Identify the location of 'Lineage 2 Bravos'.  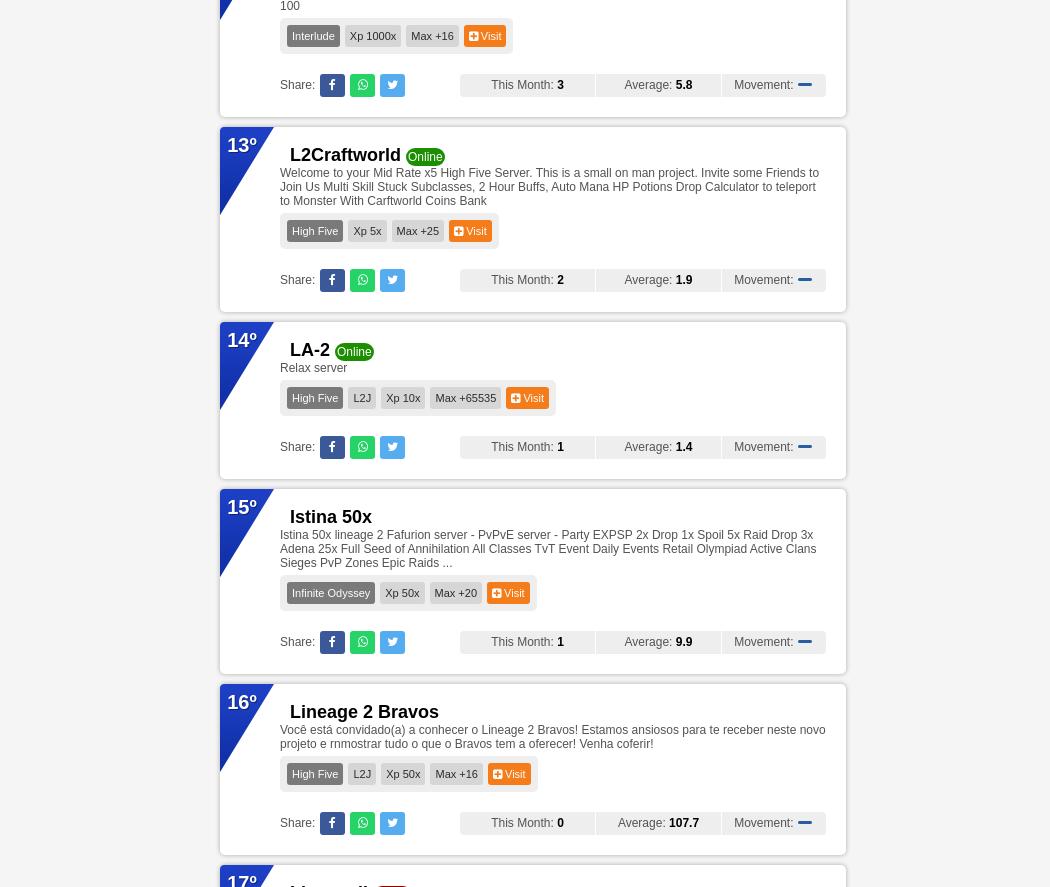
(289, 711).